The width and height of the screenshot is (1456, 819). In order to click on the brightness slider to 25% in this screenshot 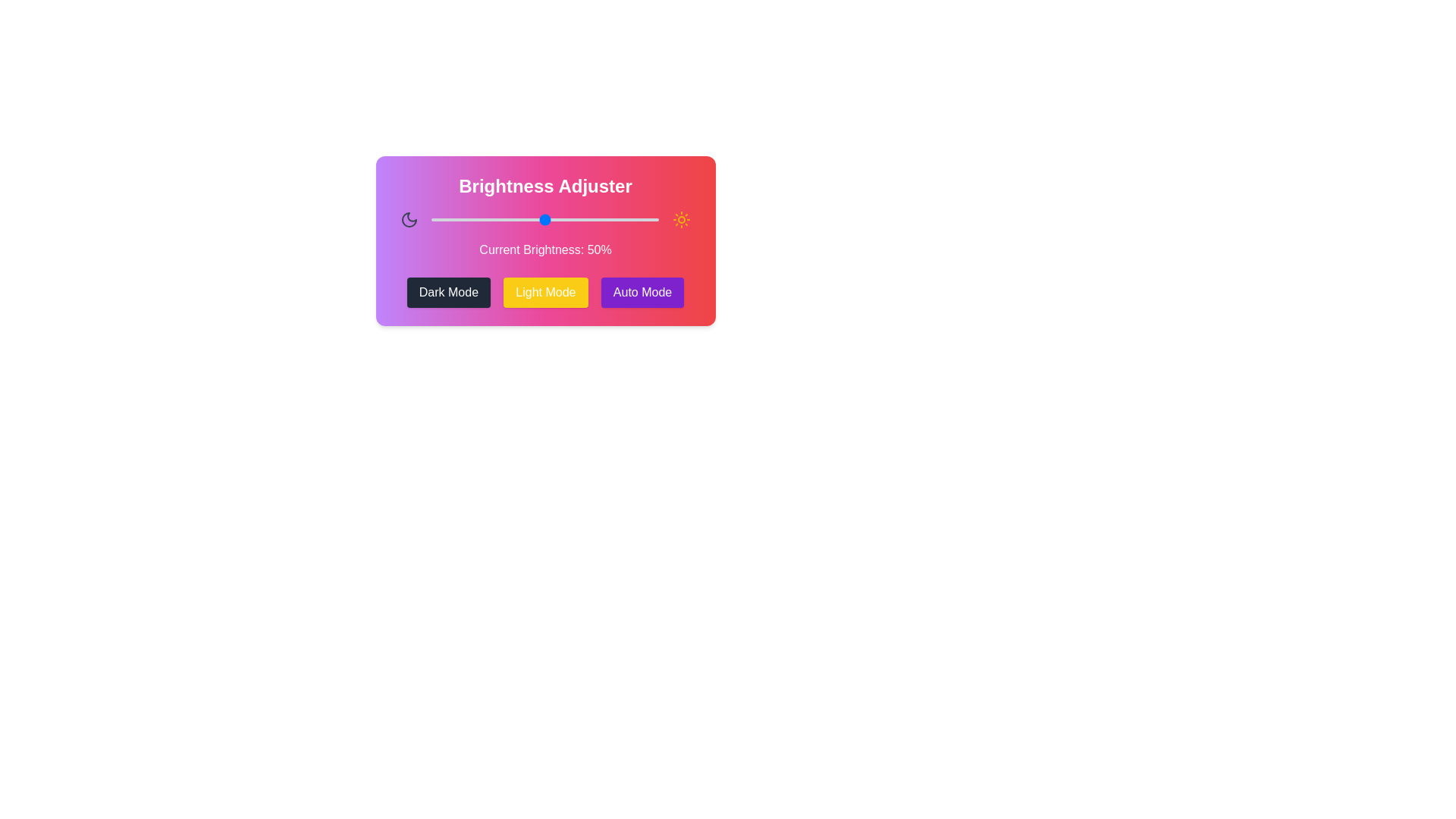, I will do `click(488, 219)`.